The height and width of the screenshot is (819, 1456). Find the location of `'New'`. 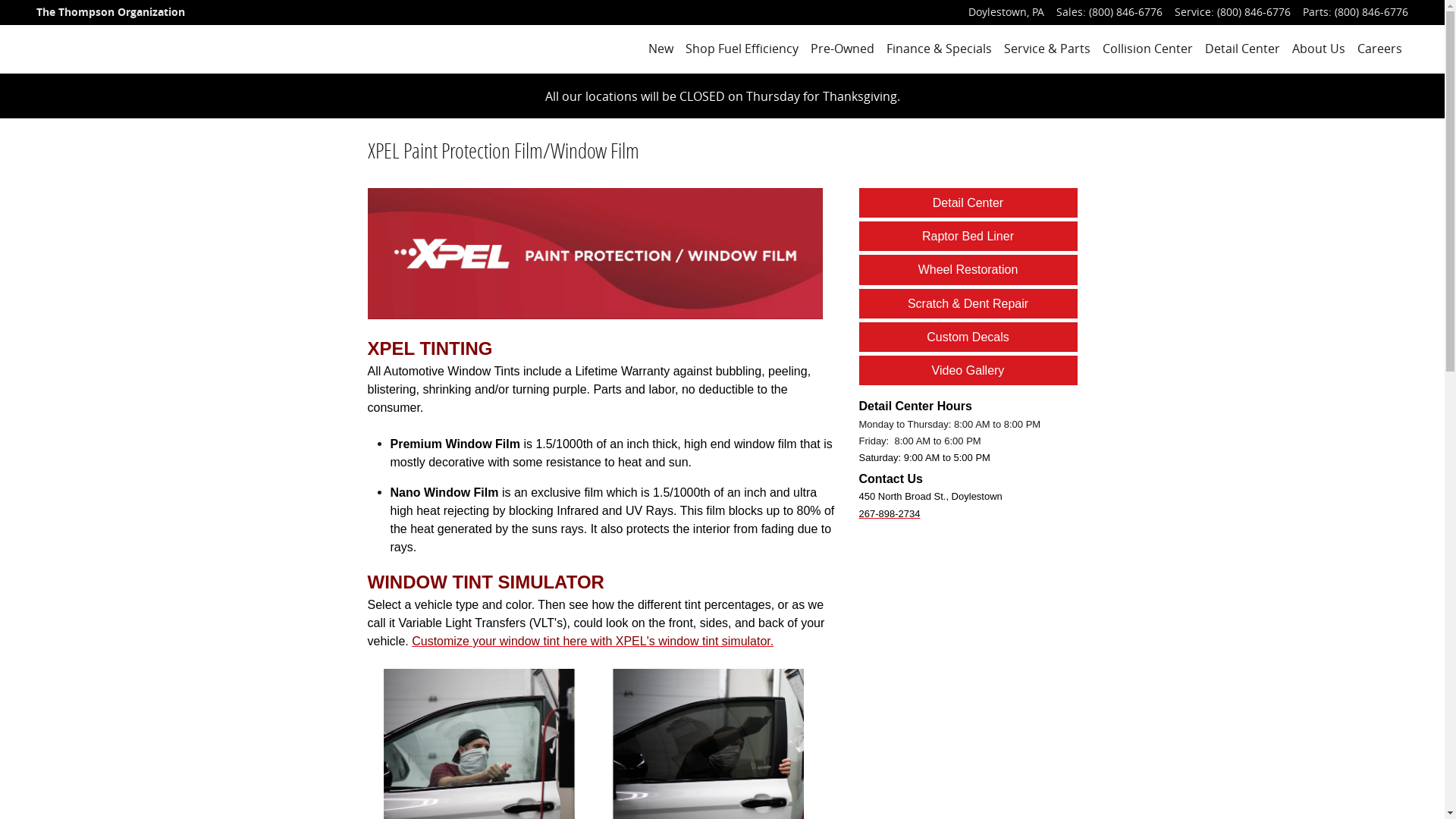

'New' is located at coordinates (661, 49).